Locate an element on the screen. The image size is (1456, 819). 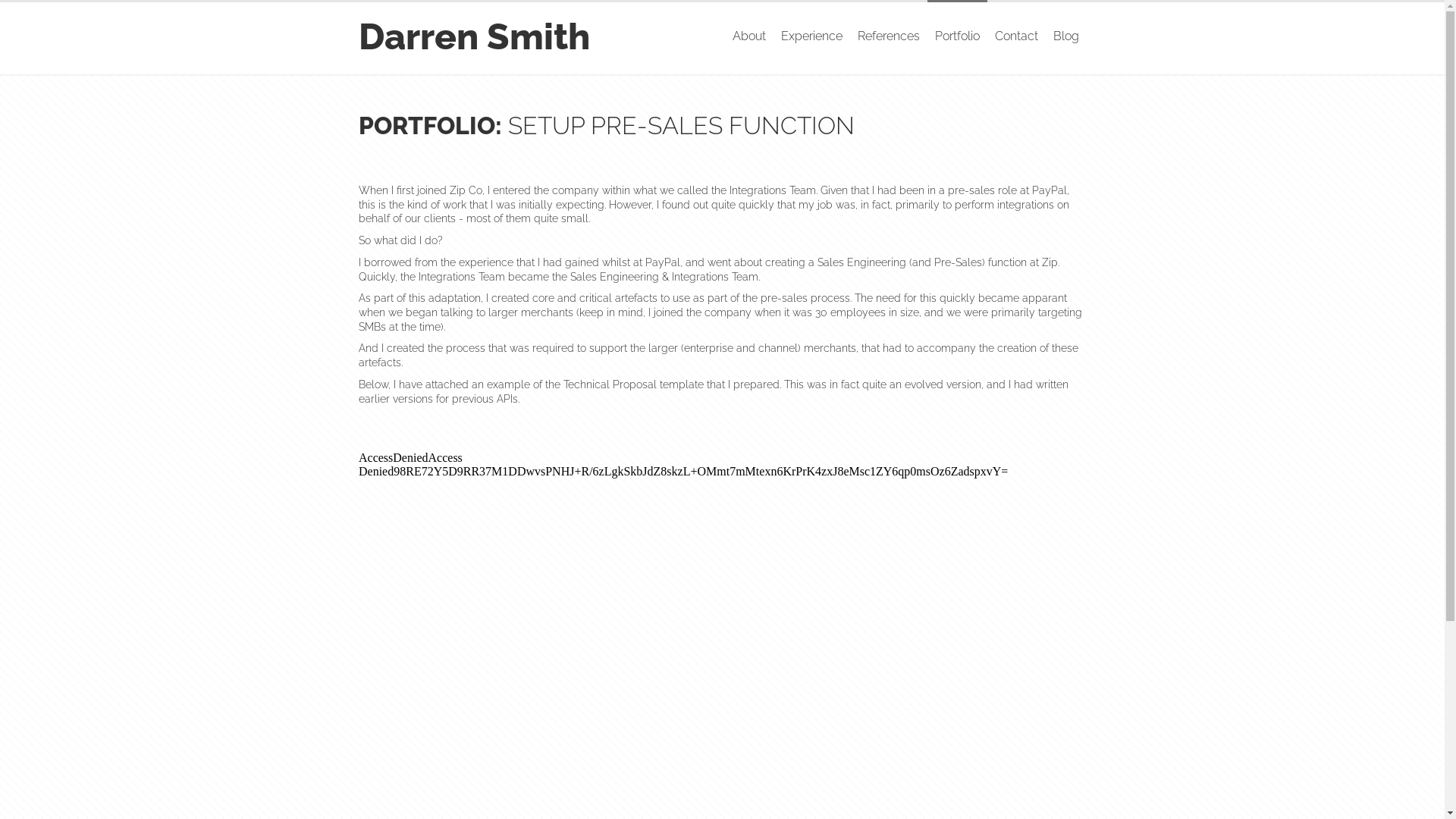
'Darren Smith' is located at coordinates (472, 35).